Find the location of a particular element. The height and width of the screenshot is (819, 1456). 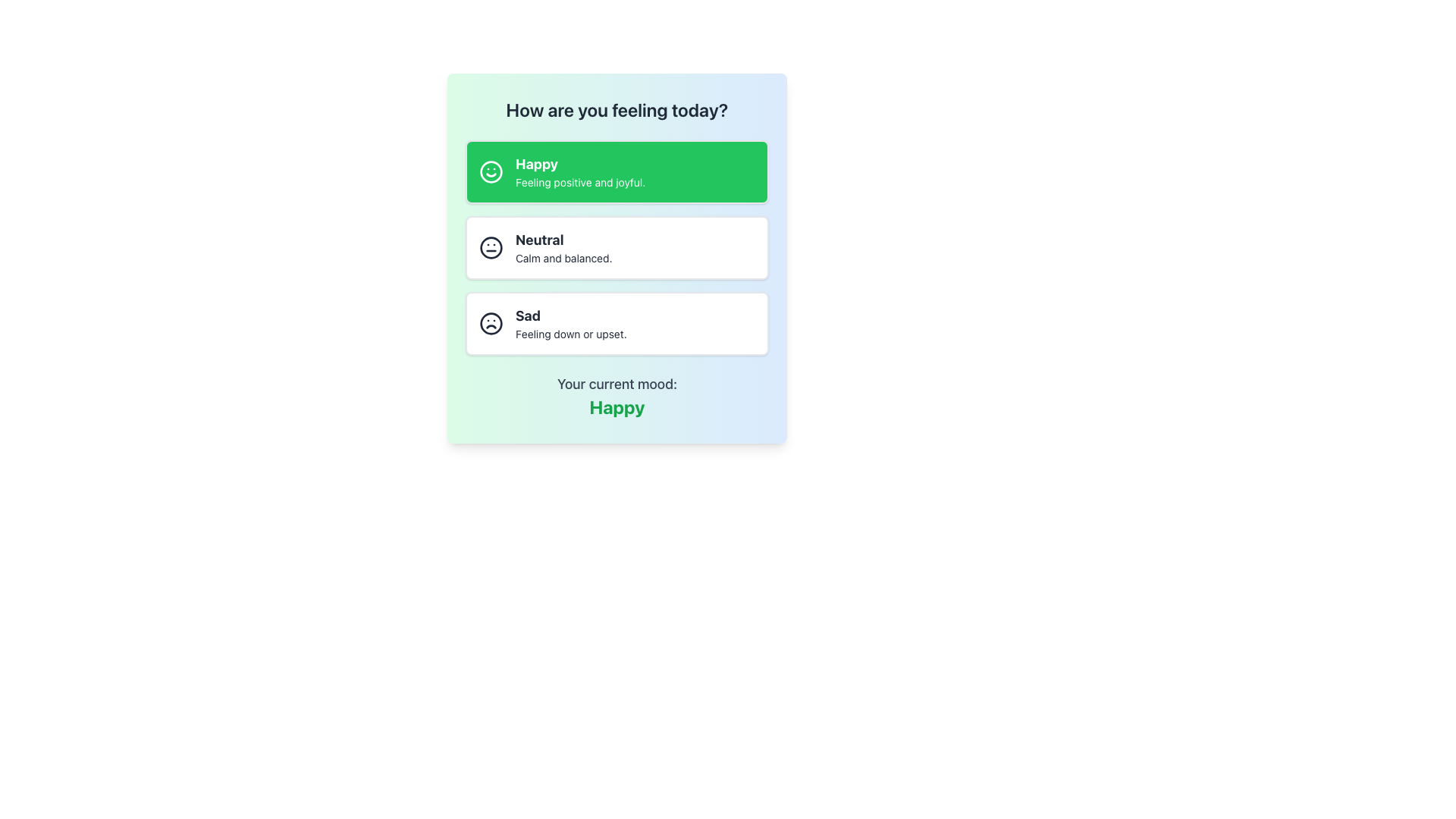

the Circle graphical element representing the 'Neutral' mood indication icon, located near the center of the second button labeled 'Neutral' is located at coordinates (491, 247).